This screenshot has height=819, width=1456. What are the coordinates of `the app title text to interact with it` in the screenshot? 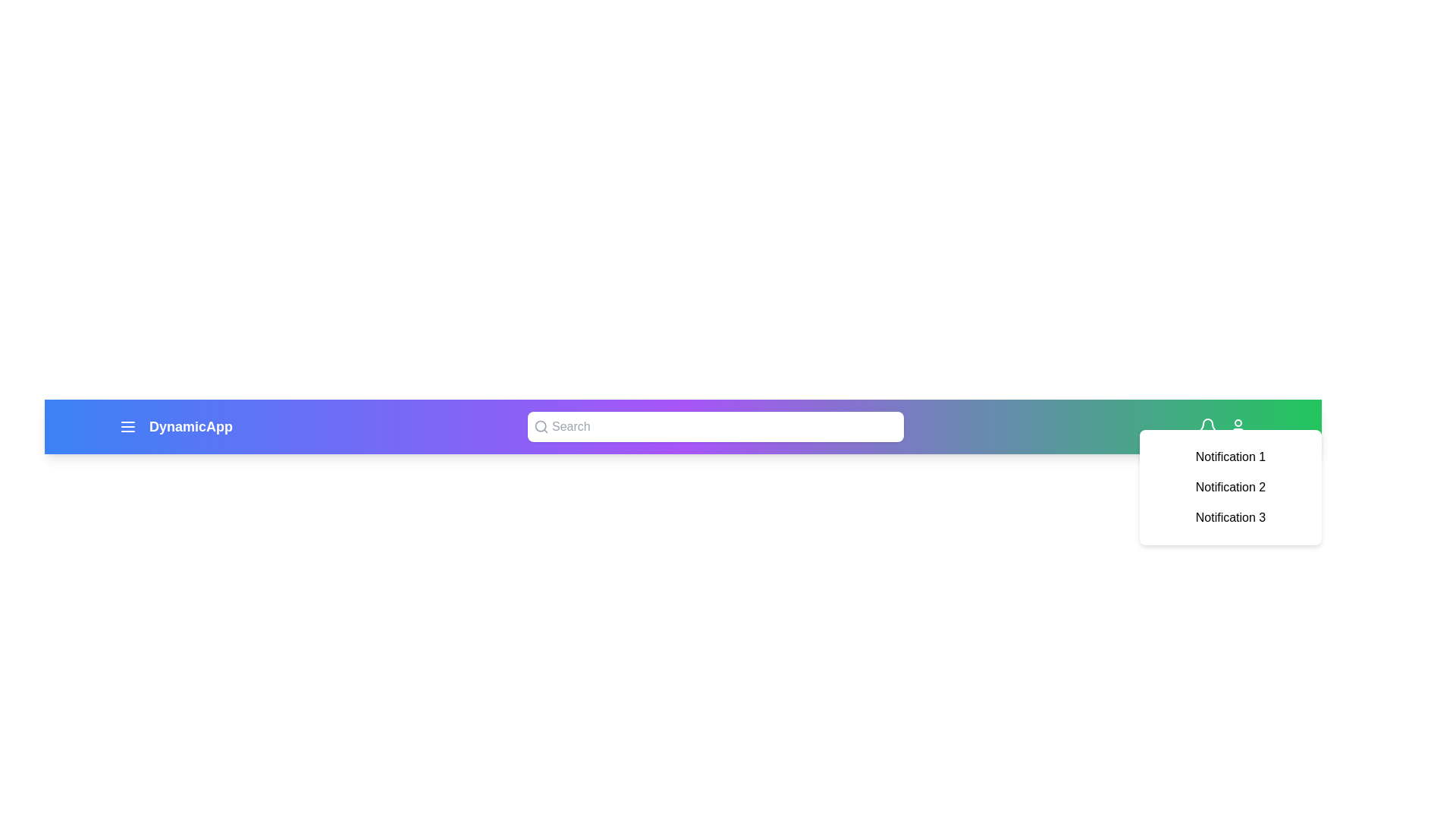 It's located at (190, 427).